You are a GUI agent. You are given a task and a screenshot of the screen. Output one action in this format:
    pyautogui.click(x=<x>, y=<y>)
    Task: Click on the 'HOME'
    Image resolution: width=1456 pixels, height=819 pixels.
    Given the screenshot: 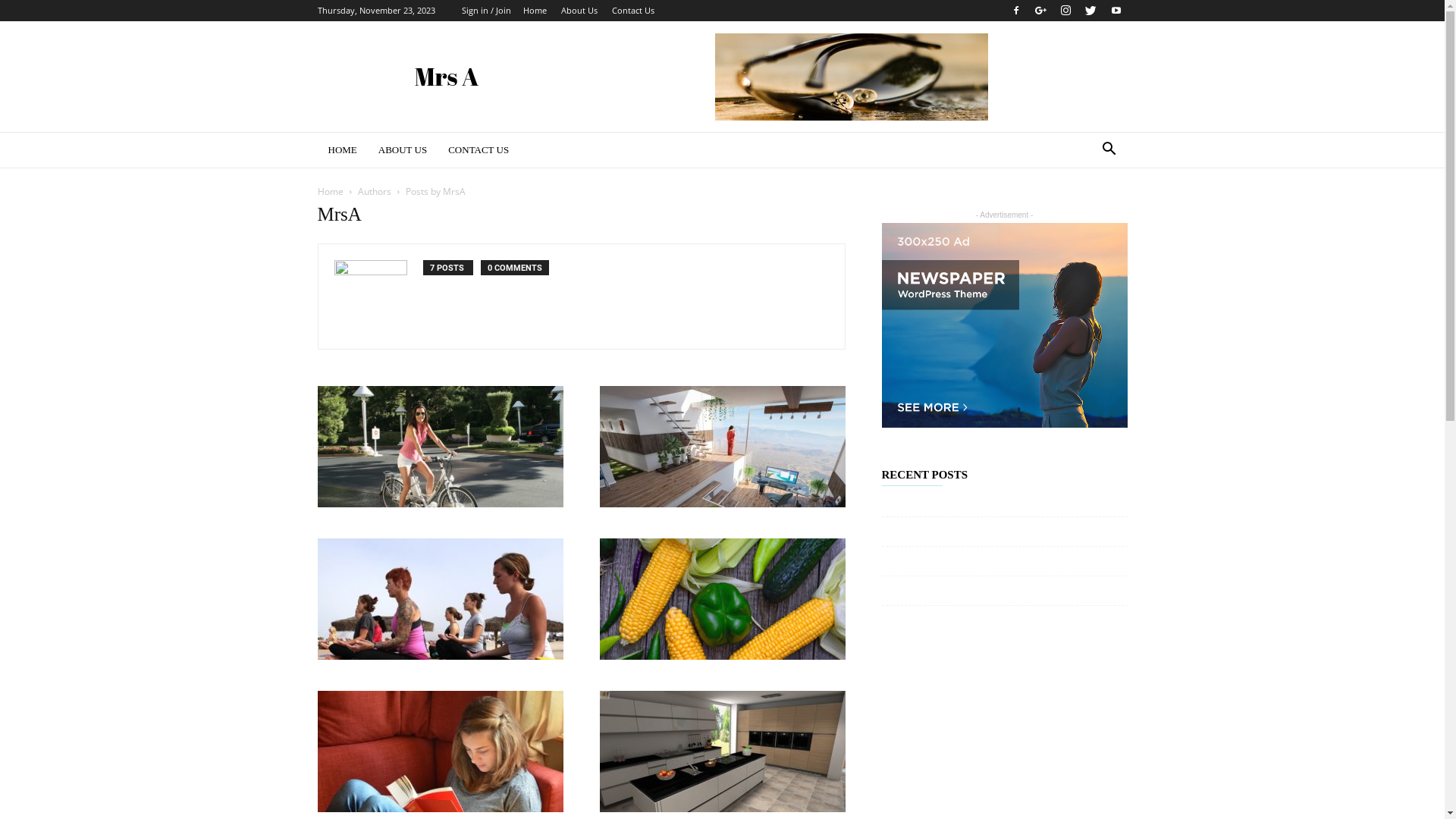 What is the action you would take?
    pyautogui.click(x=315, y=149)
    